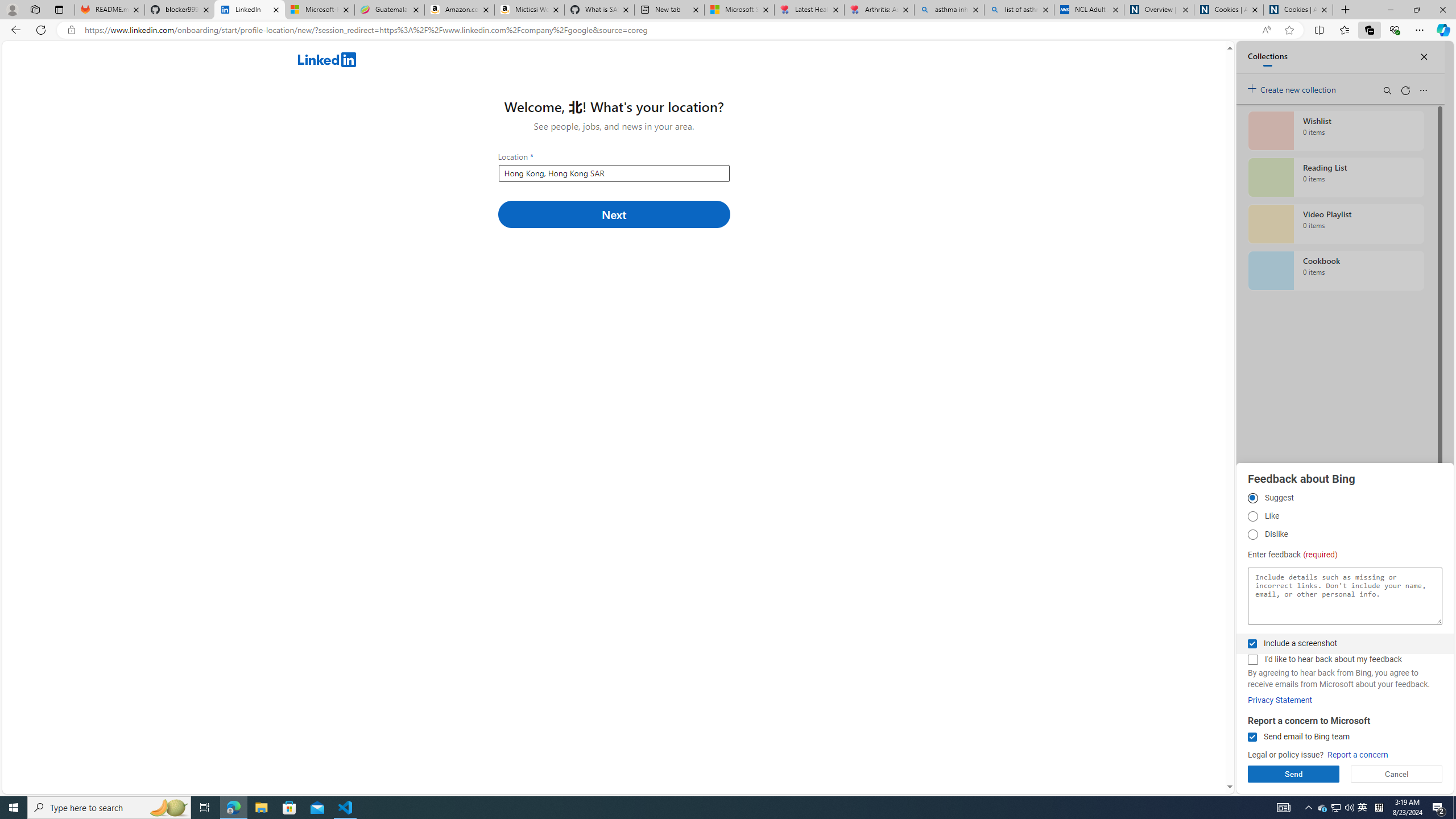  Describe the element at coordinates (879, 9) in the screenshot. I see `'Arthritis: Ask Health Professionals'` at that location.